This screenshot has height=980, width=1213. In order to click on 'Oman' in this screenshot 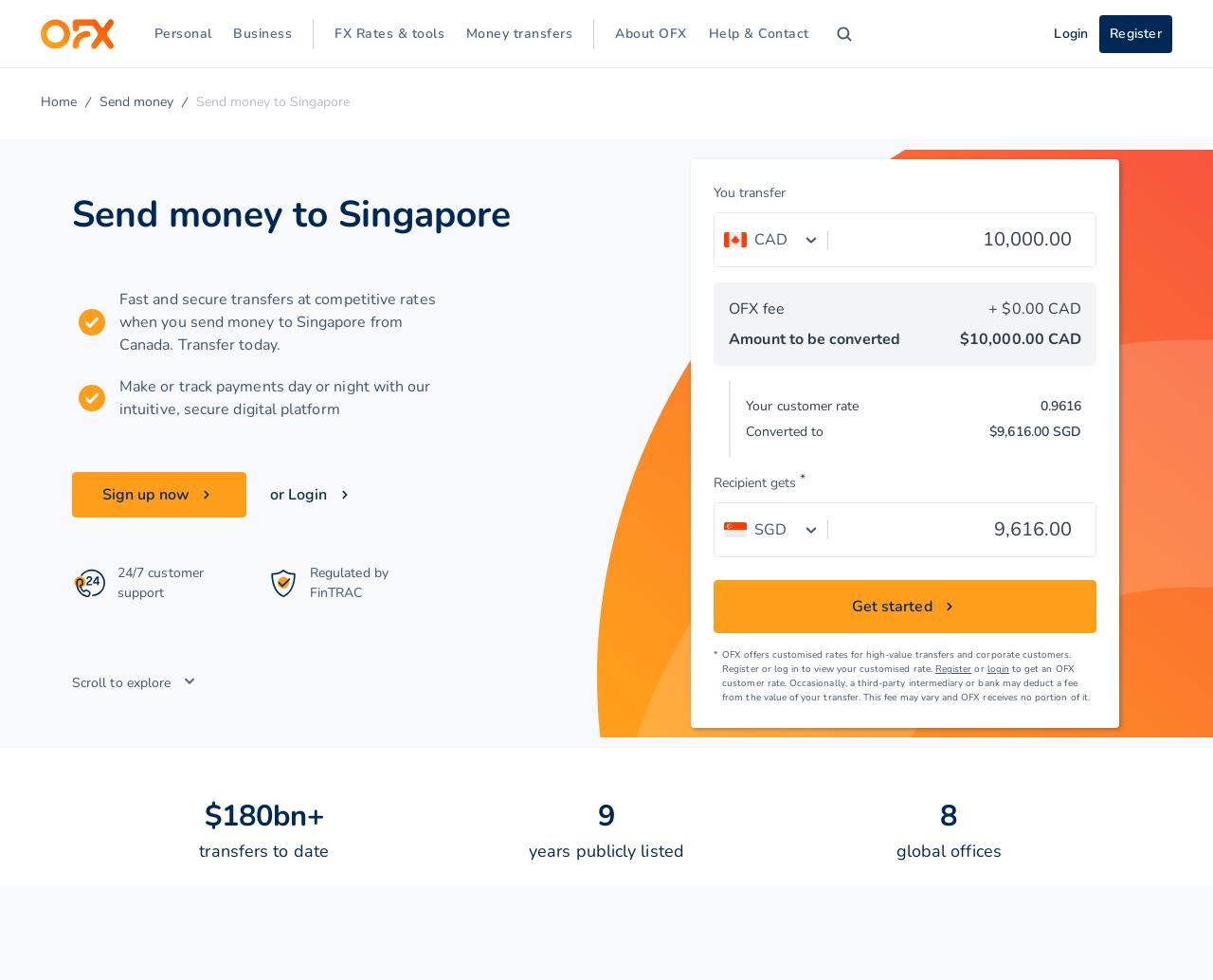, I will do `click(122, 675)`.